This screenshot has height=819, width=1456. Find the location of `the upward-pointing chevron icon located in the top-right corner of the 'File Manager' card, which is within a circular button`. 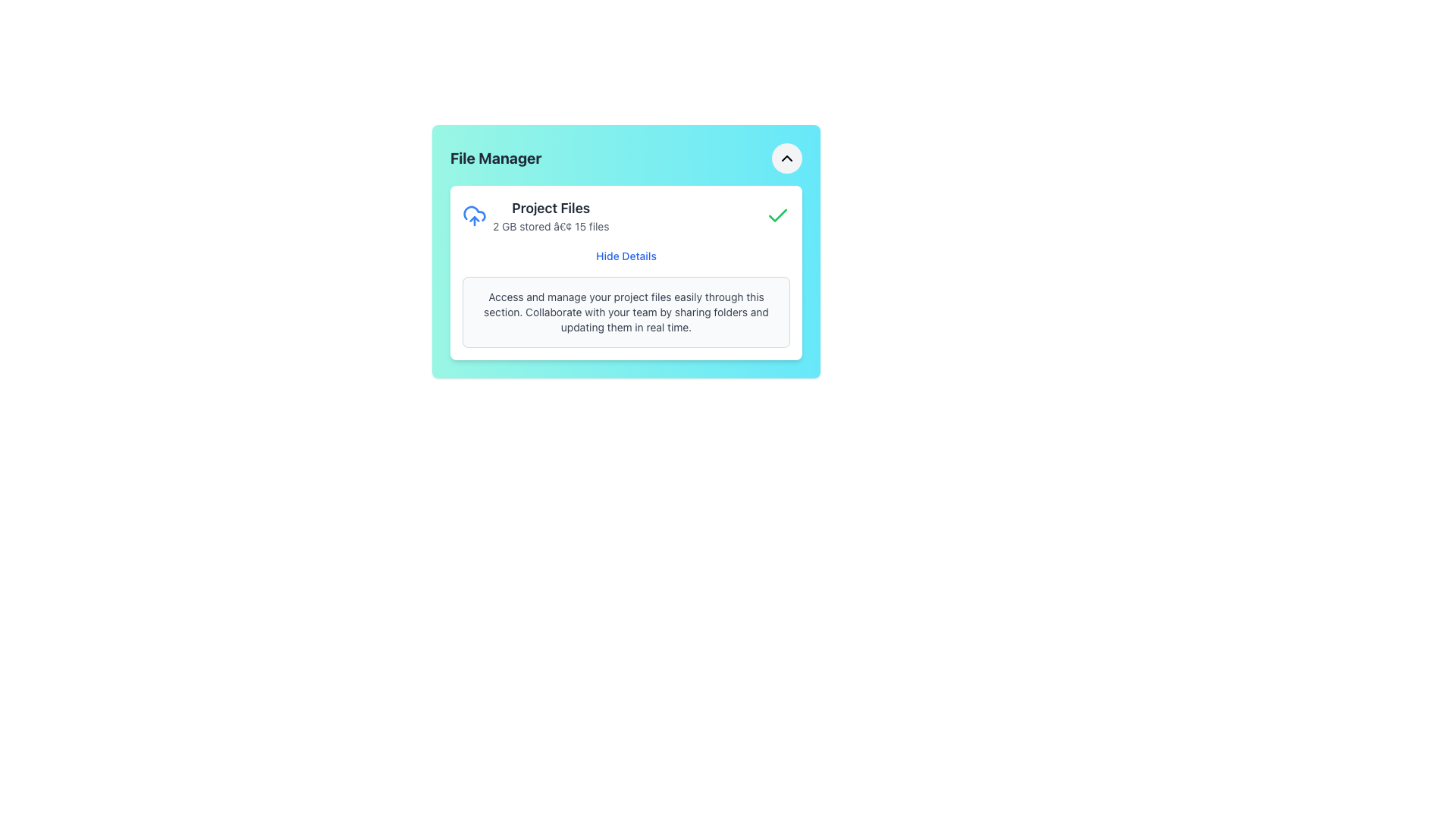

the upward-pointing chevron icon located in the top-right corner of the 'File Manager' card, which is within a circular button is located at coordinates (786, 158).